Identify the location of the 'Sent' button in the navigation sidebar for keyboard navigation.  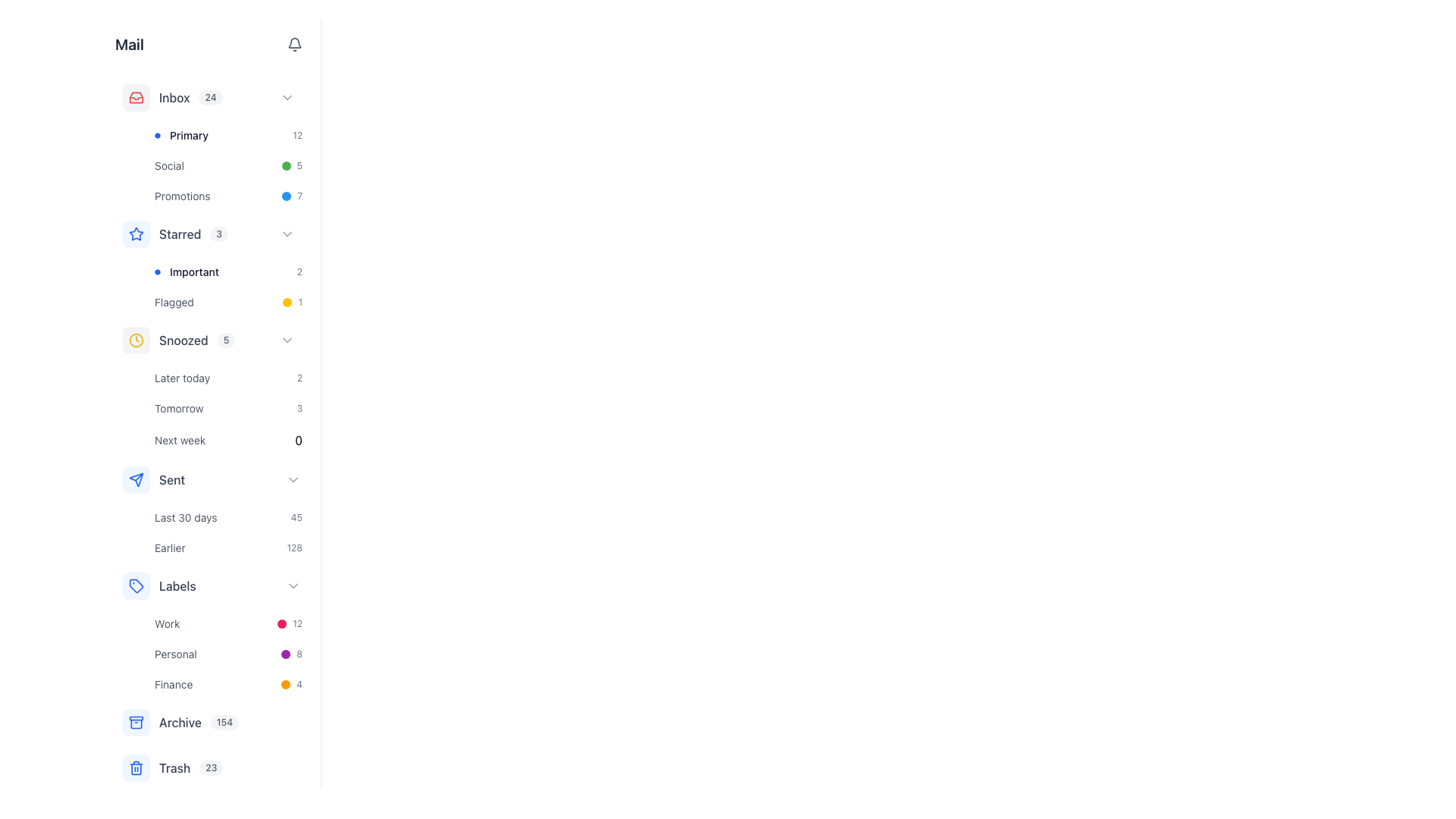
(211, 479).